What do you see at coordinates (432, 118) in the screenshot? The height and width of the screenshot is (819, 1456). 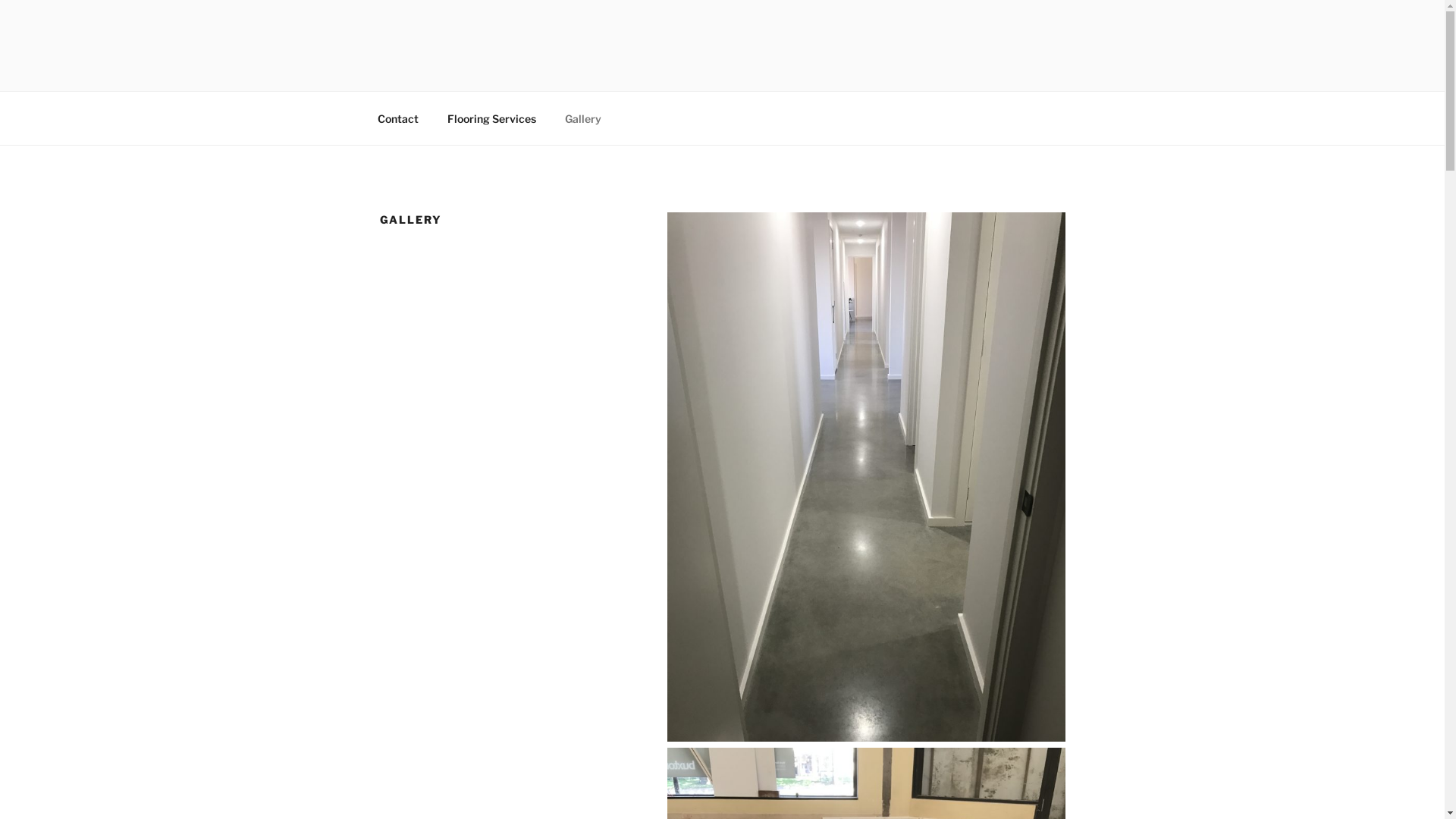 I see `'Flooring Services'` at bounding box center [432, 118].